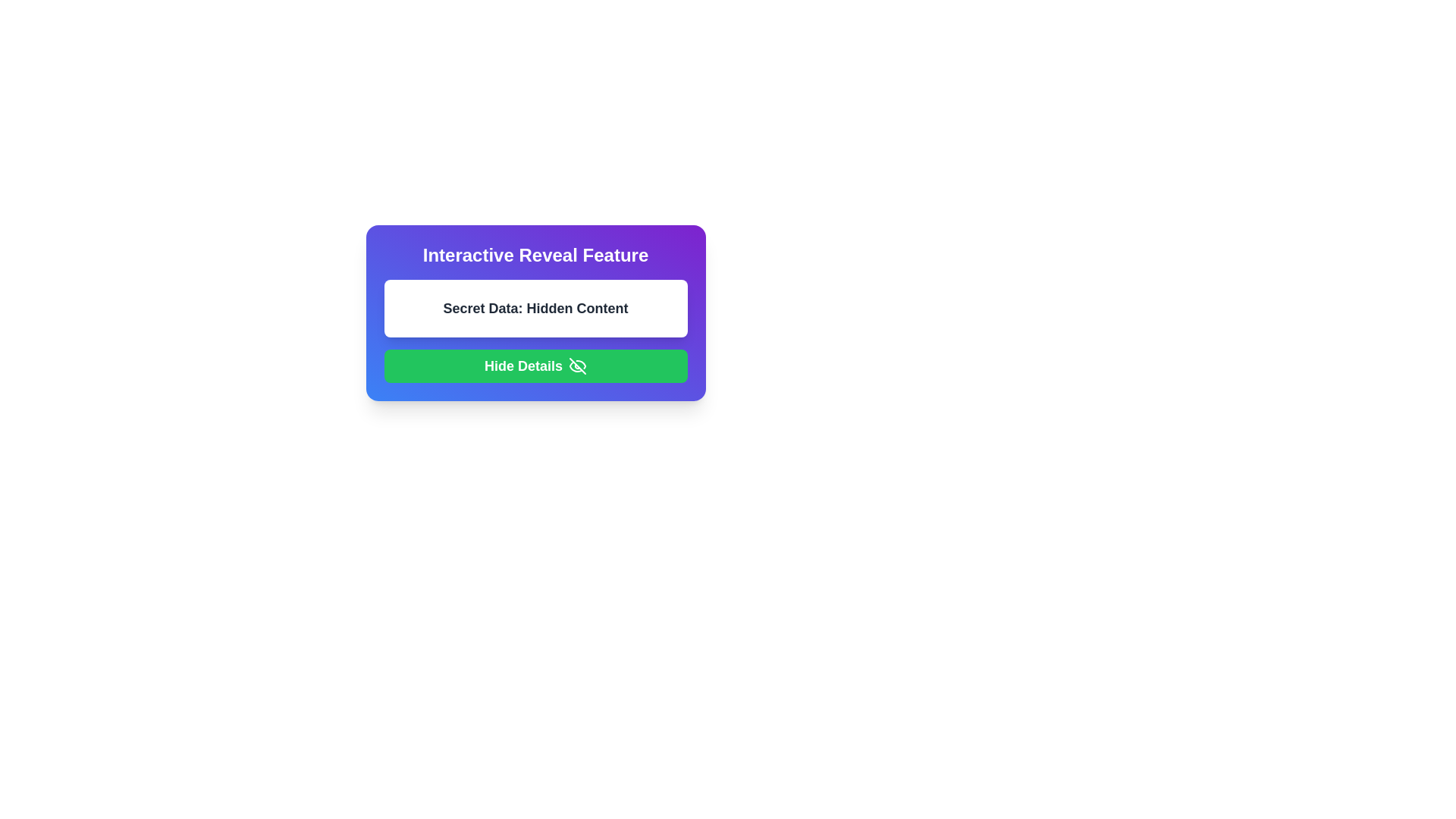  What do you see at coordinates (535, 254) in the screenshot?
I see `bold, large text element labeled 'Interactive Reveal Feature' which is prominently displayed at the top of the page, above the 'Secret Data: Hidden Content' section` at bounding box center [535, 254].